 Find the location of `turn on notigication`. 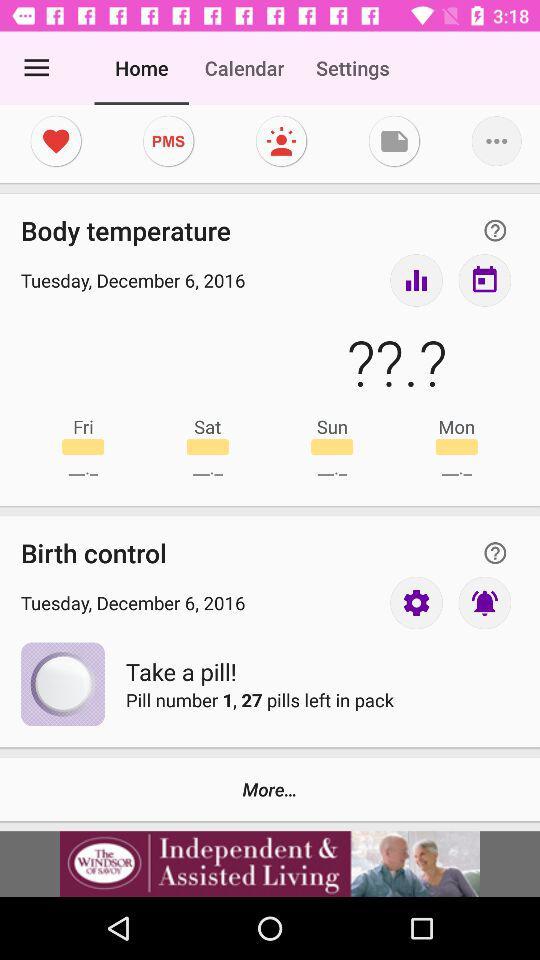

turn on notigication is located at coordinates (483, 601).